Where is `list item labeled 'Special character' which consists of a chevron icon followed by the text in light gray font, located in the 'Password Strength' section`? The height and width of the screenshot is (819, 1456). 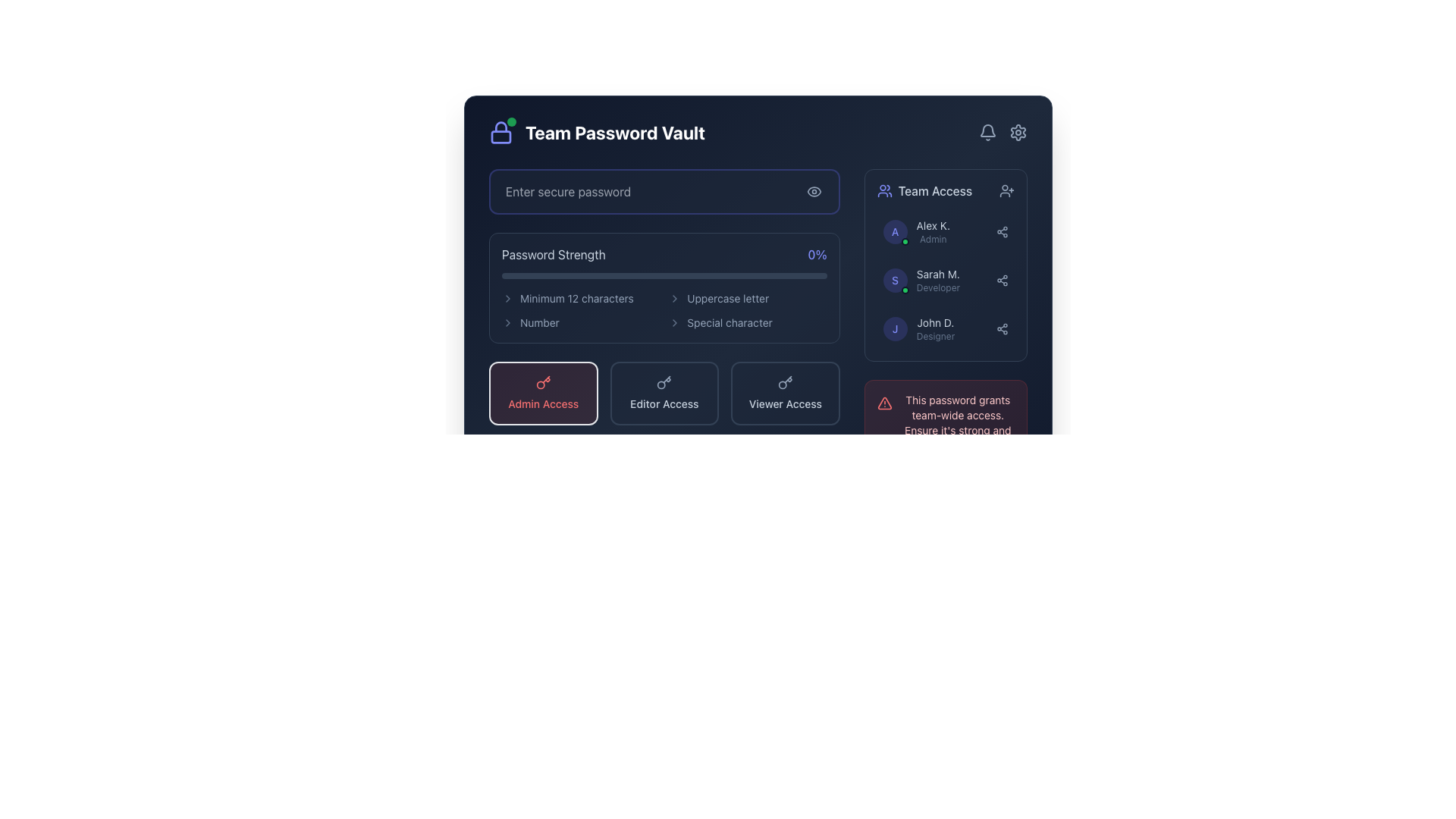 list item labeled 'Special character' which consists of a chevron icon followed by the text in light gray font, located in the 'Password Strength' section is located at coordinates (748, 322).